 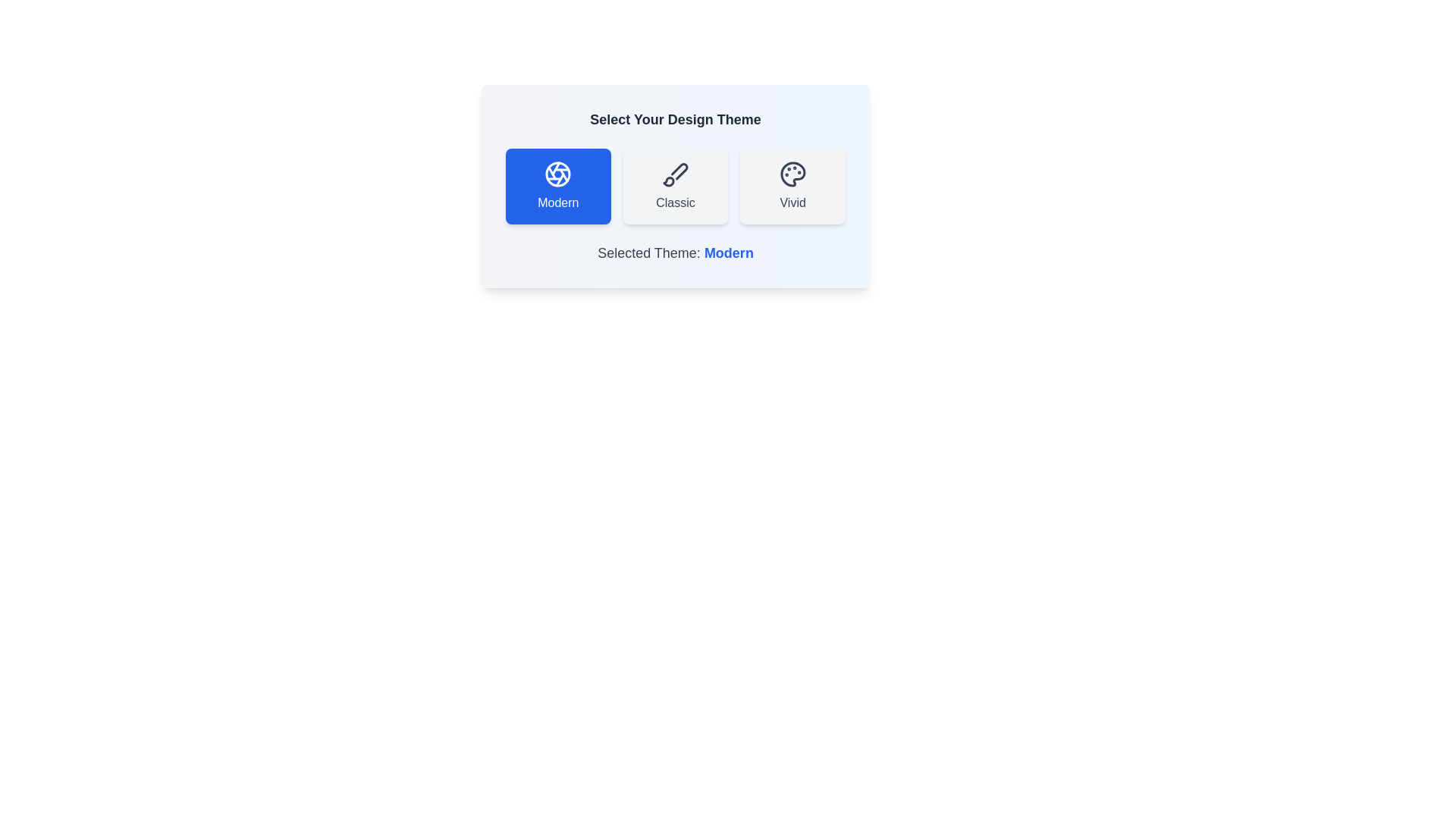 I want to click on the theme Vivid by clicking on its corresponding button, so click(x=792, y=186).